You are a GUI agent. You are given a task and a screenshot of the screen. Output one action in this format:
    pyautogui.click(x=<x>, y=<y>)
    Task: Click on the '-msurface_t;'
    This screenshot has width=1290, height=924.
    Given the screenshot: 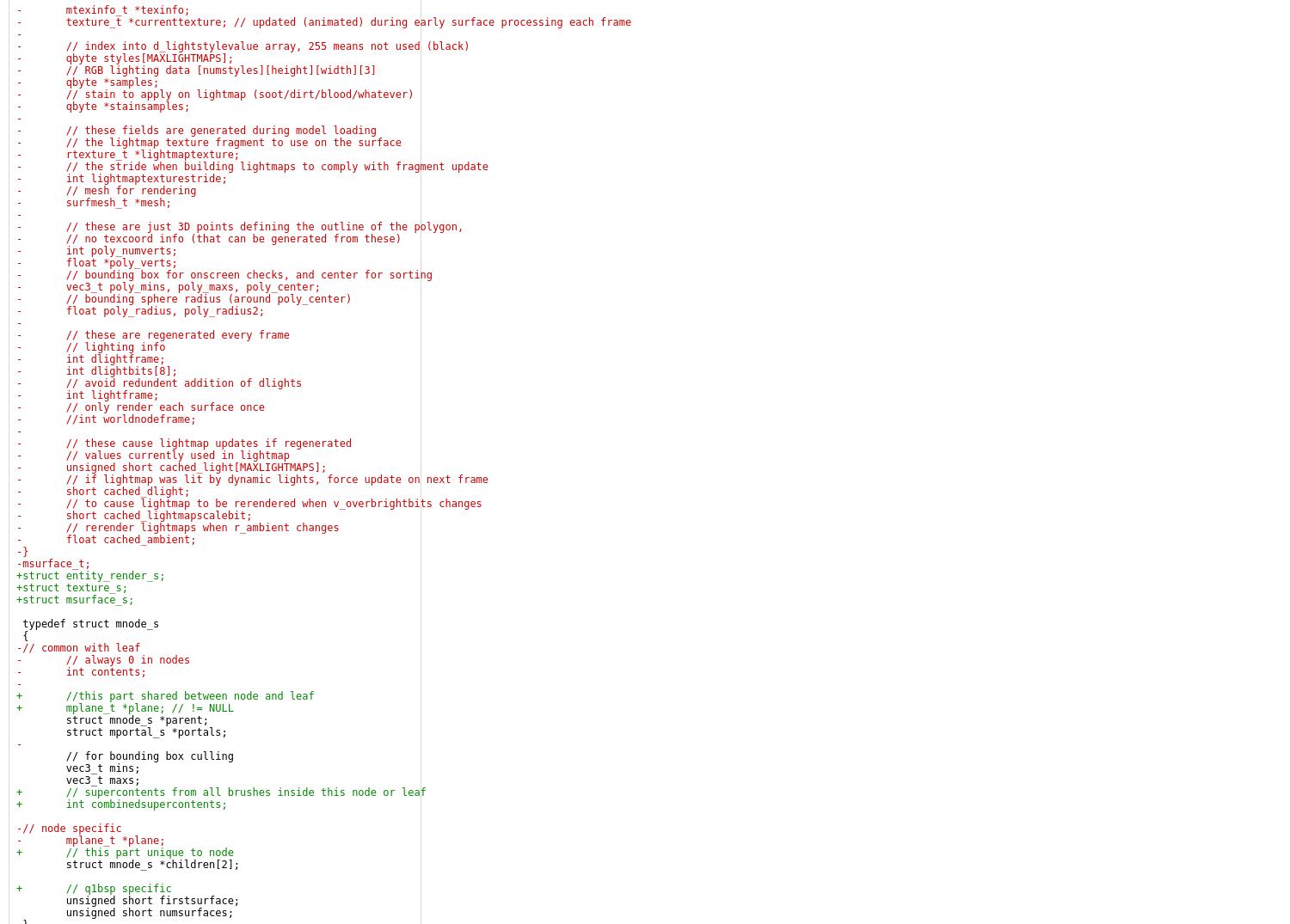 What is the action you would take?
    pyautogui.click(x=52, y=563)
    